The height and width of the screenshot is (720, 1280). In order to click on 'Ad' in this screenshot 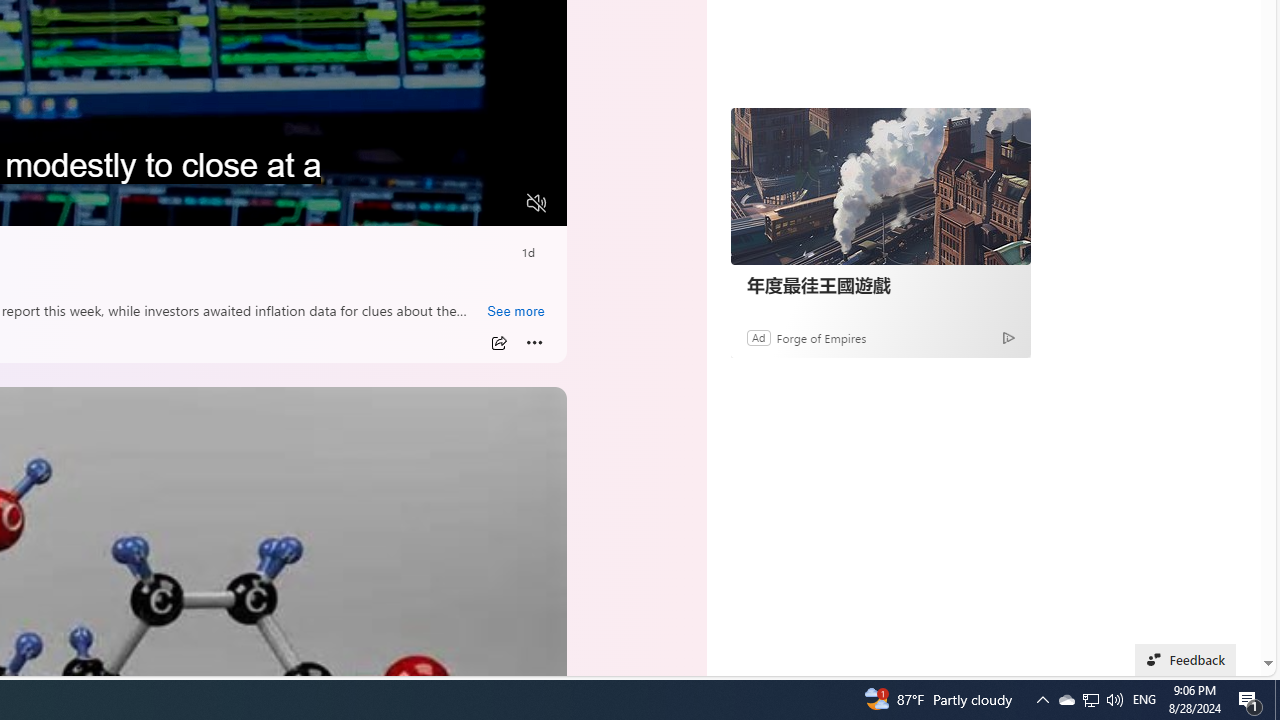, I will do `click(757, 336)`.